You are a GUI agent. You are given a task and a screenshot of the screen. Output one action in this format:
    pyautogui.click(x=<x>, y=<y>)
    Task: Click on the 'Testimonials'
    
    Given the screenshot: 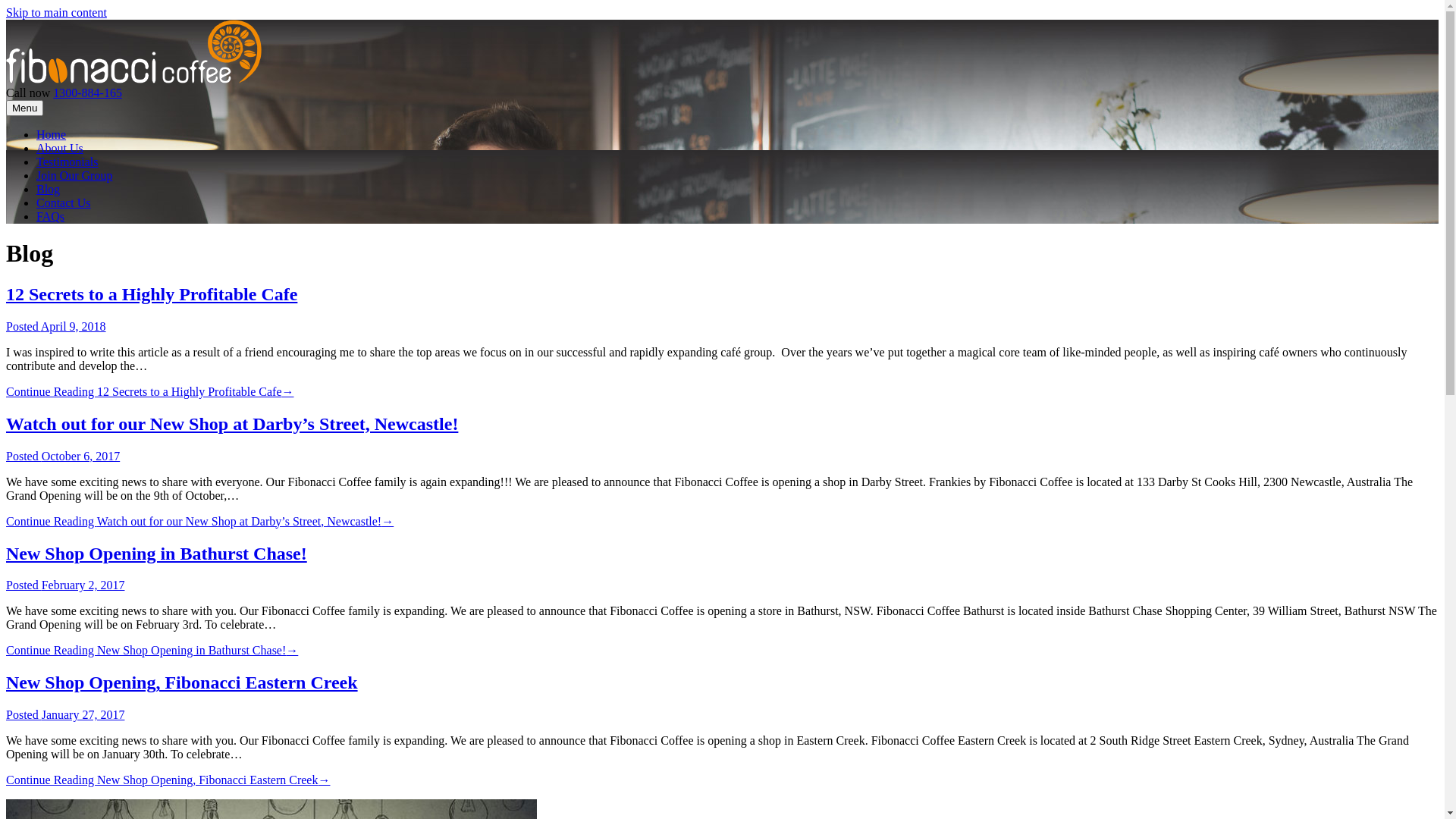 What is the action you would take?
    pyautogui.click(x=67, y=162)
    